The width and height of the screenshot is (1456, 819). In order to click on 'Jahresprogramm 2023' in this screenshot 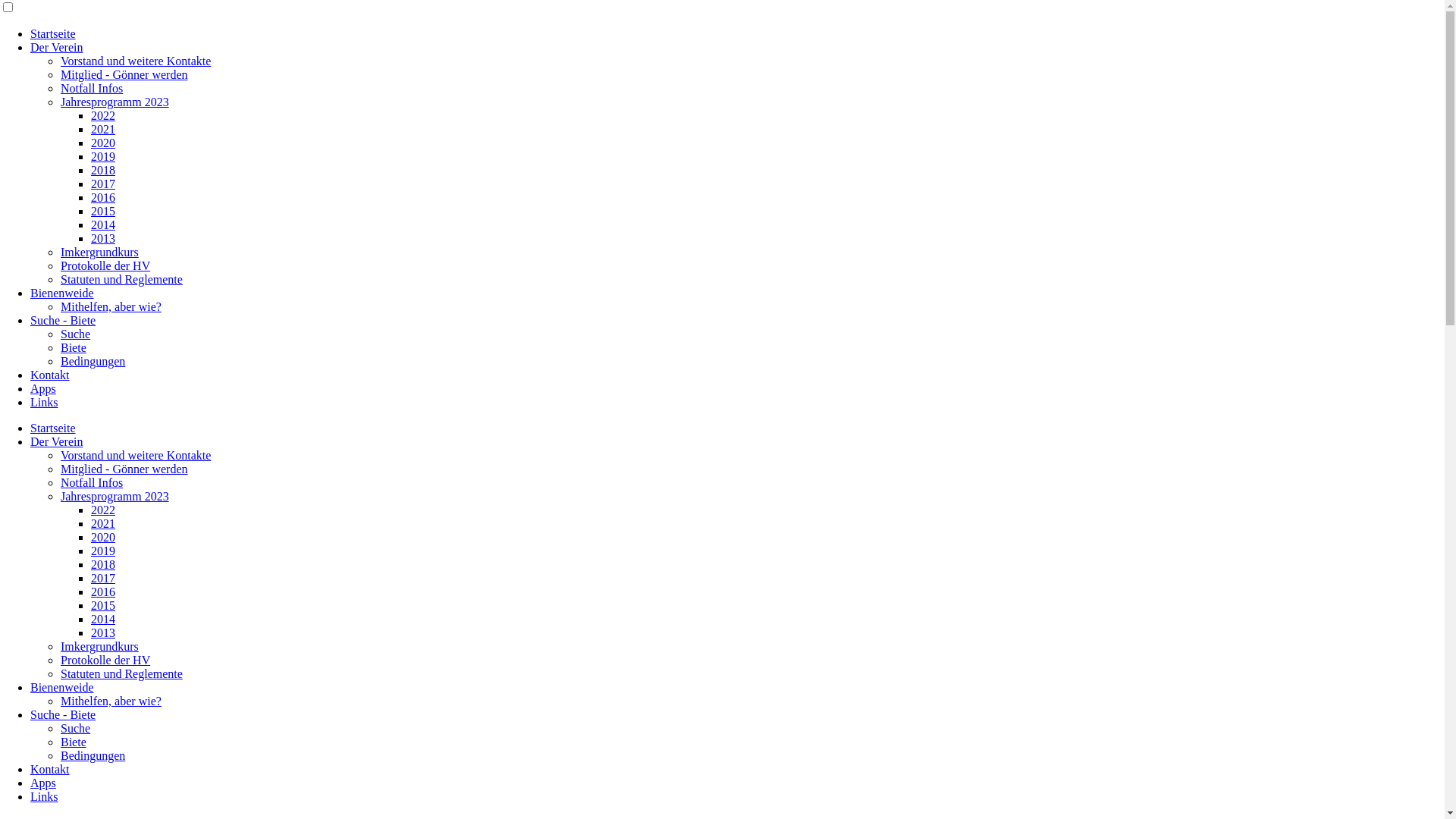, I will do `click(114, 496)`.